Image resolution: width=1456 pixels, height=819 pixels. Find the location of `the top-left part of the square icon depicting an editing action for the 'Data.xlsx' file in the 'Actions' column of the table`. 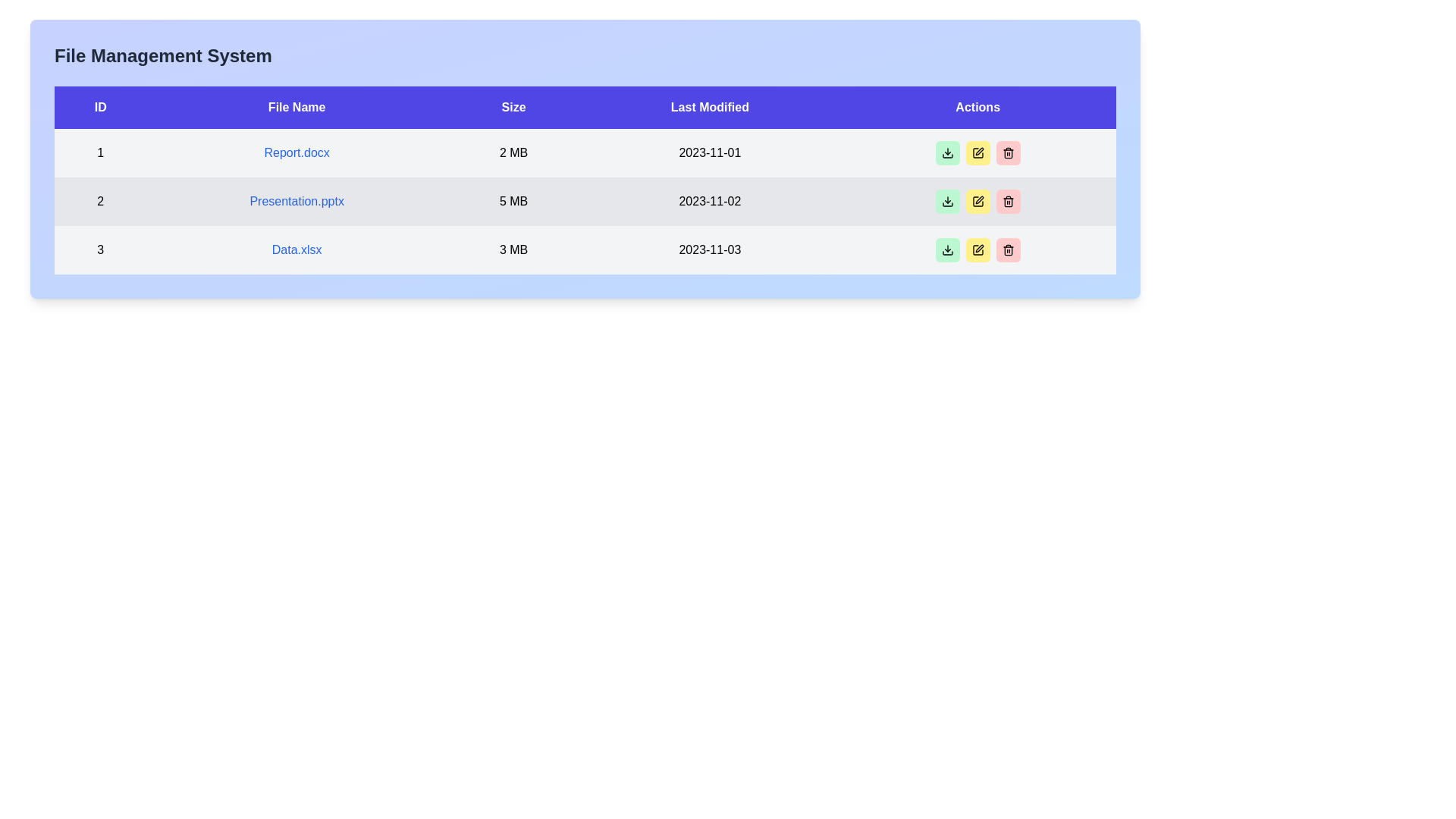

the top-left part of the square icon depicting an editing action for the 'Data.xlsx' file in the 'Actions' column of the table is located at coordinates (977, 249).